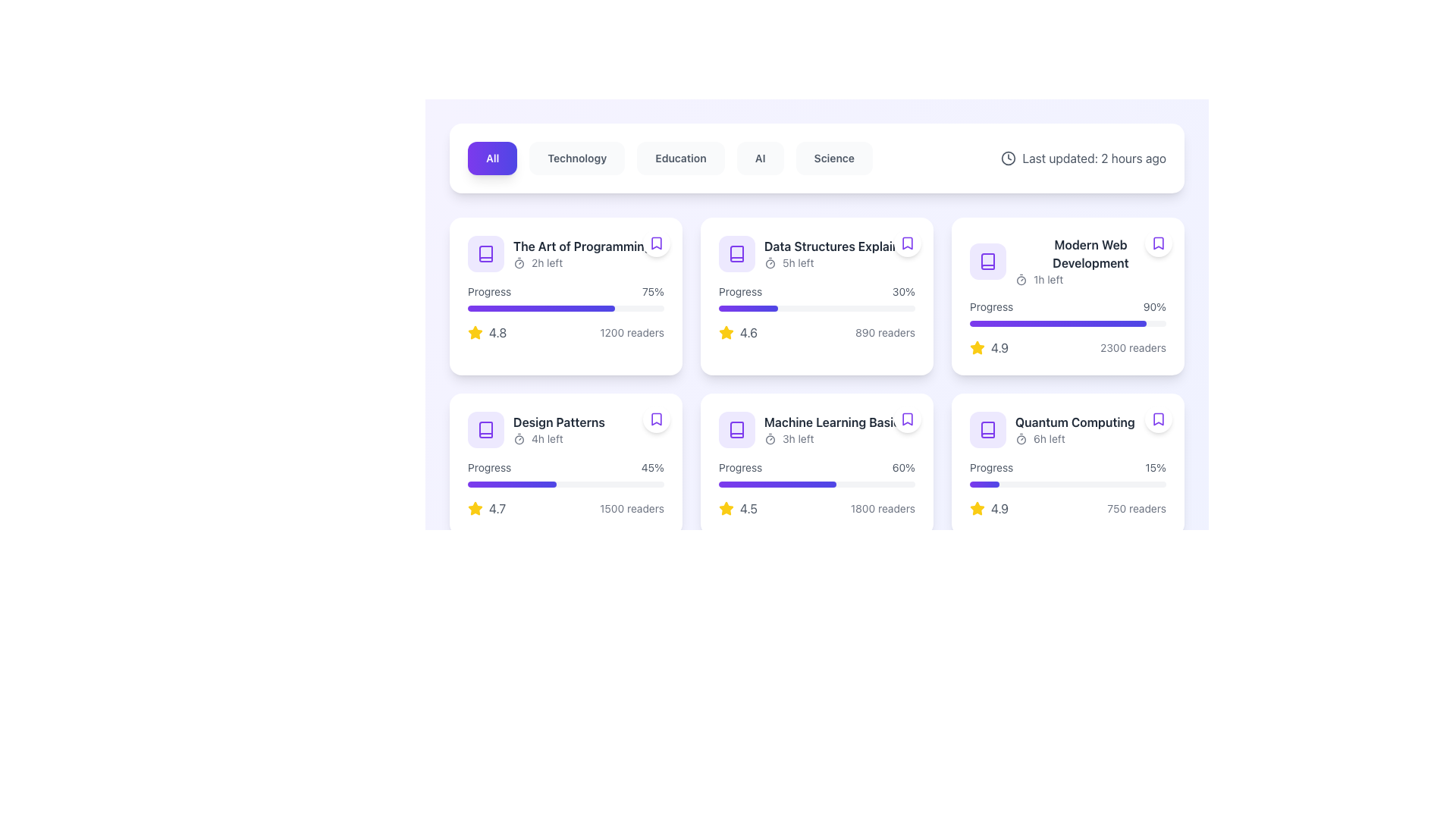 The height and width of the screenshot is (819, 1456). I want to click on title 'Machine Learning Basics' and the timing information '3h left' from the text label located inside a white card with rounded corners in the second row and third column of the grid, so click(834, 430).